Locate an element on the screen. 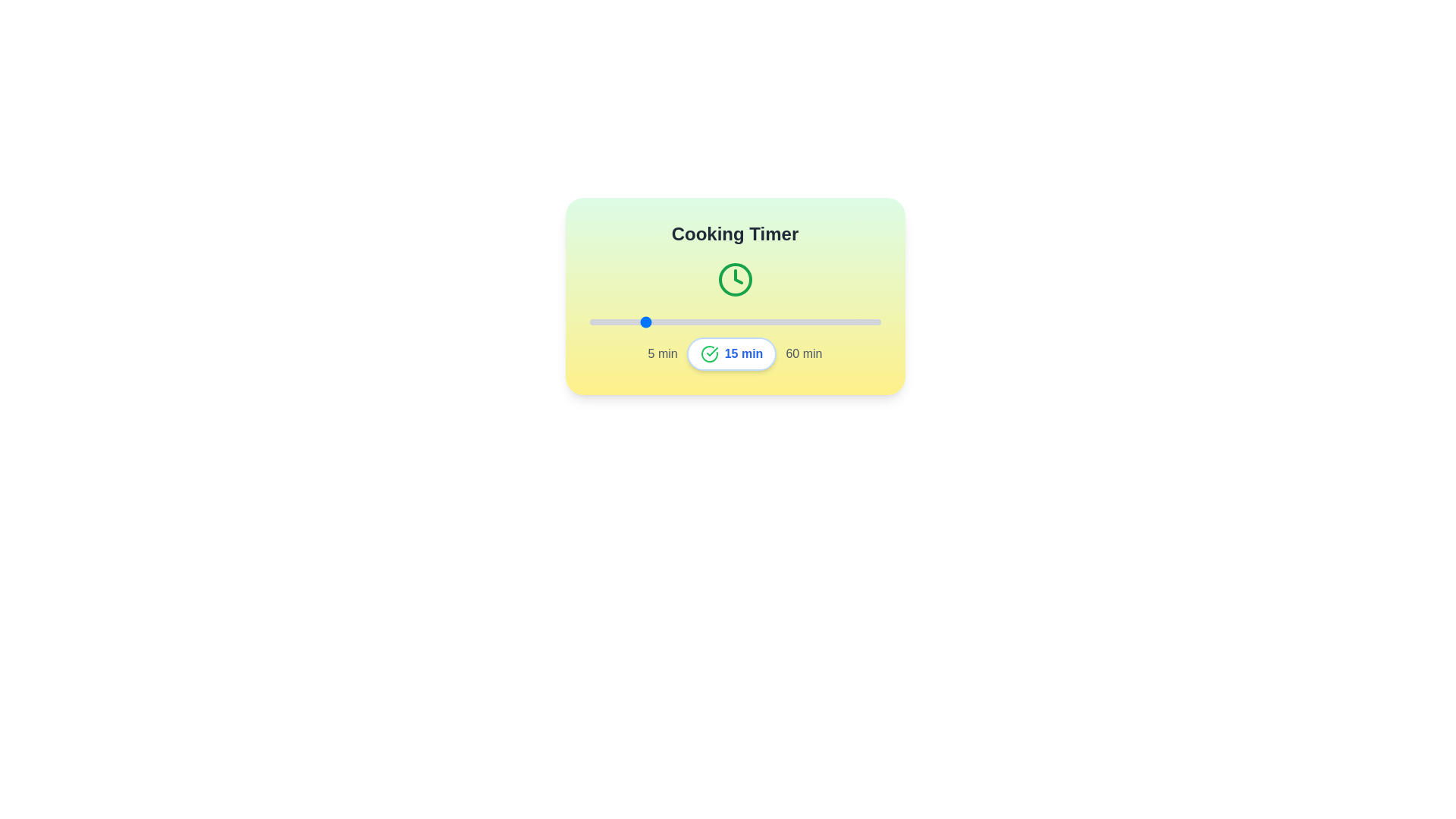  slider is located at coordinates (679, 321).